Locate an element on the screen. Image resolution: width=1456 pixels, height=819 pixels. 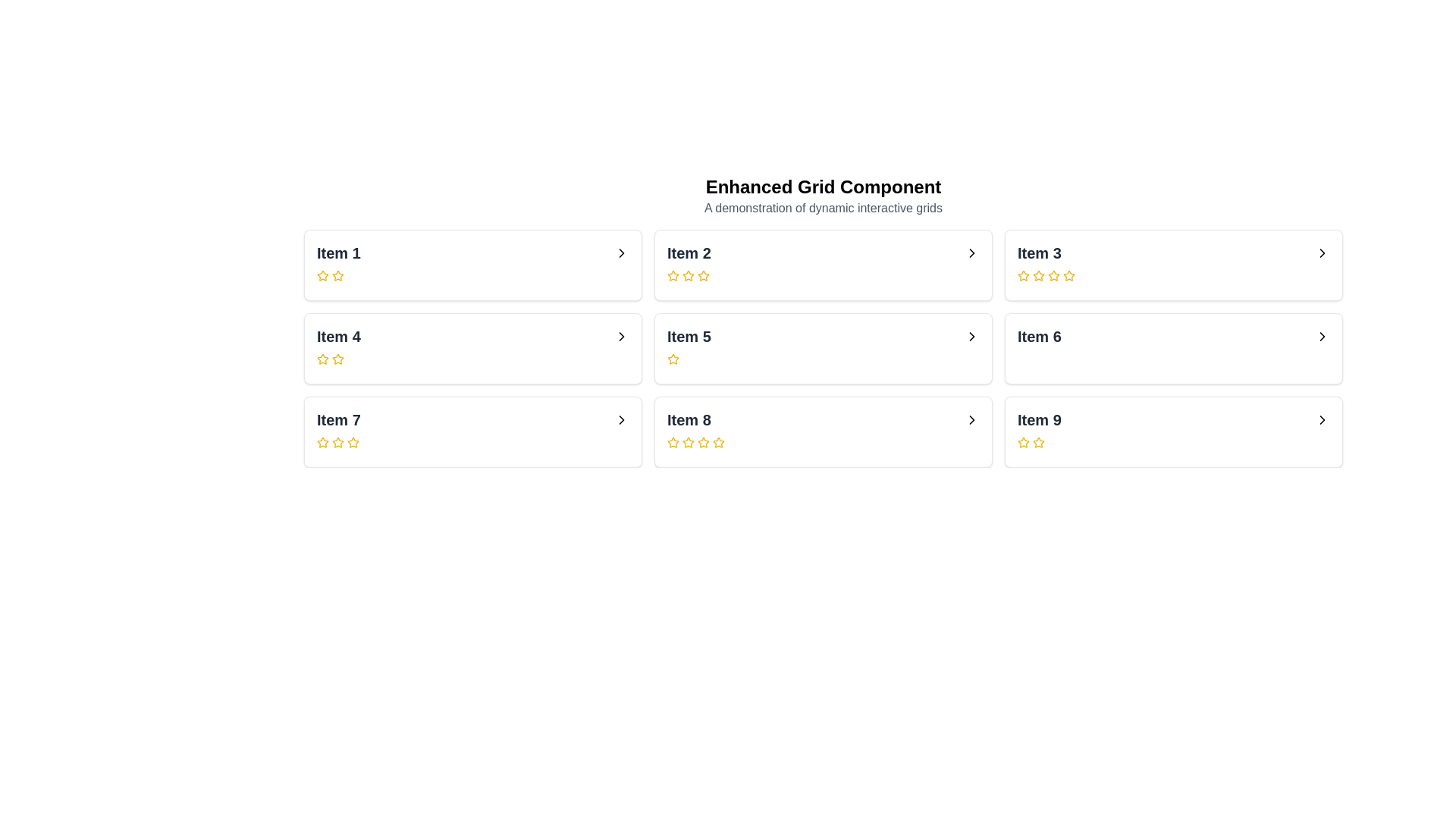
the rightward pointing chevron icon located within the card labeled 'Item 9' is located at coordinates (1321, 420).